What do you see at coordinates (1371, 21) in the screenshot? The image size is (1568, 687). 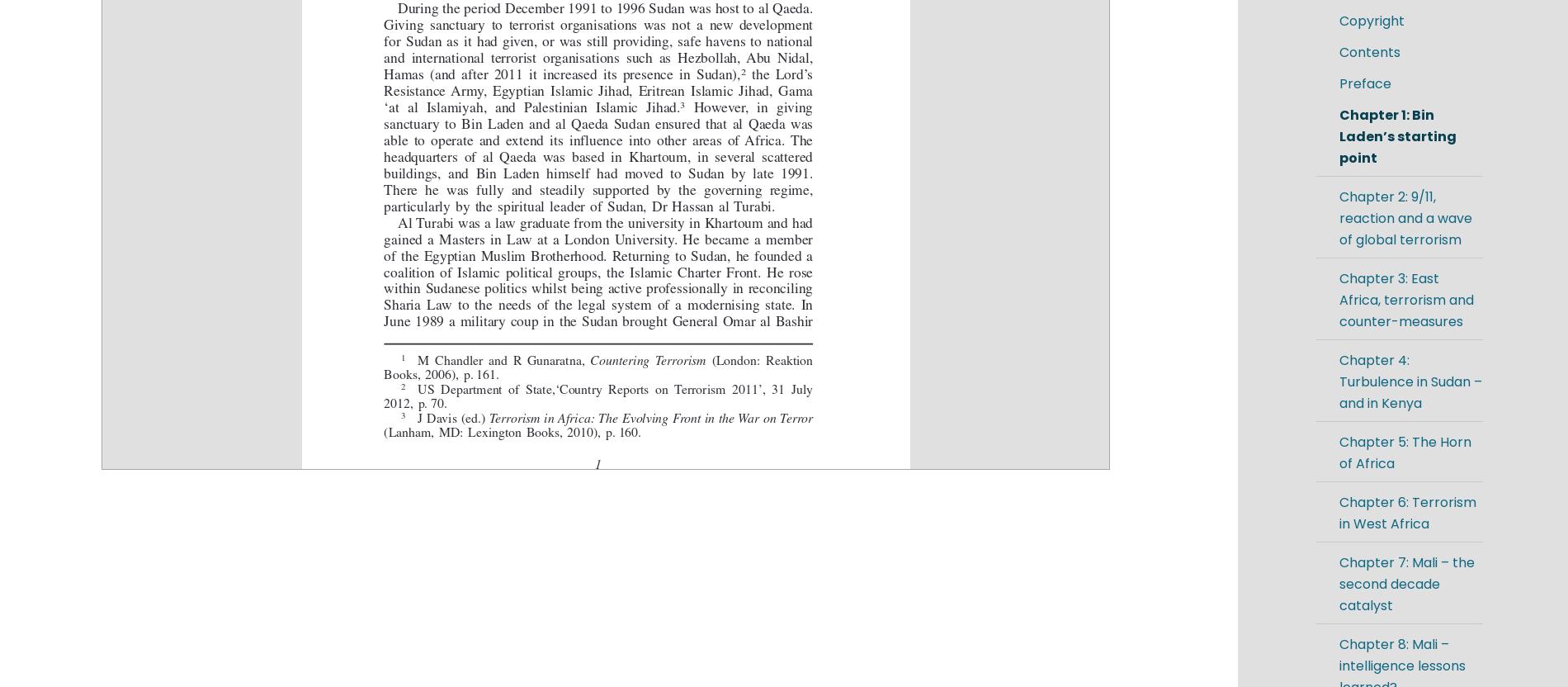 I see `'Copyright'` at bounding box center [1371, 21].